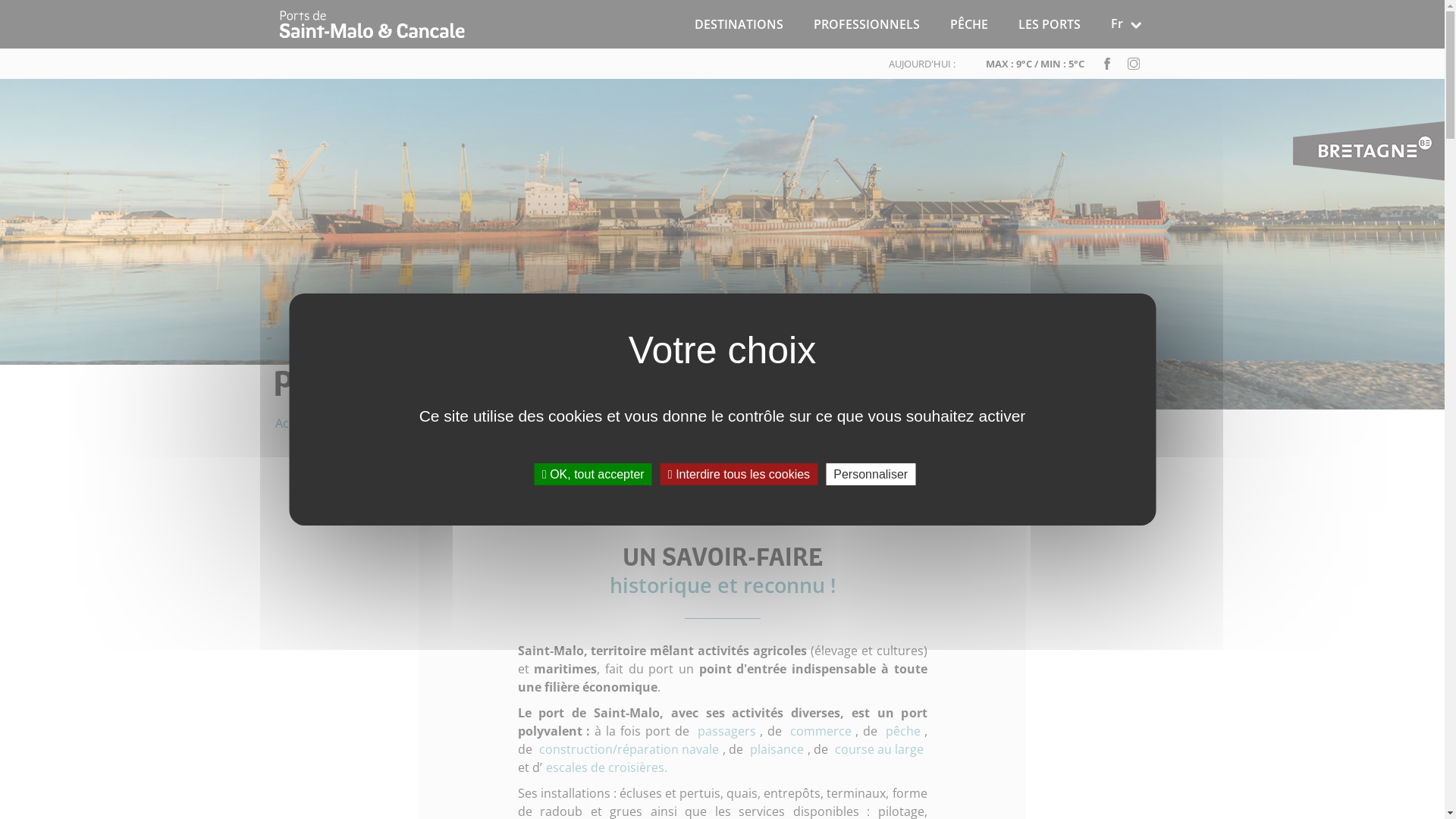  I want to click on 'DESTINATIONS', so click(739, 24).